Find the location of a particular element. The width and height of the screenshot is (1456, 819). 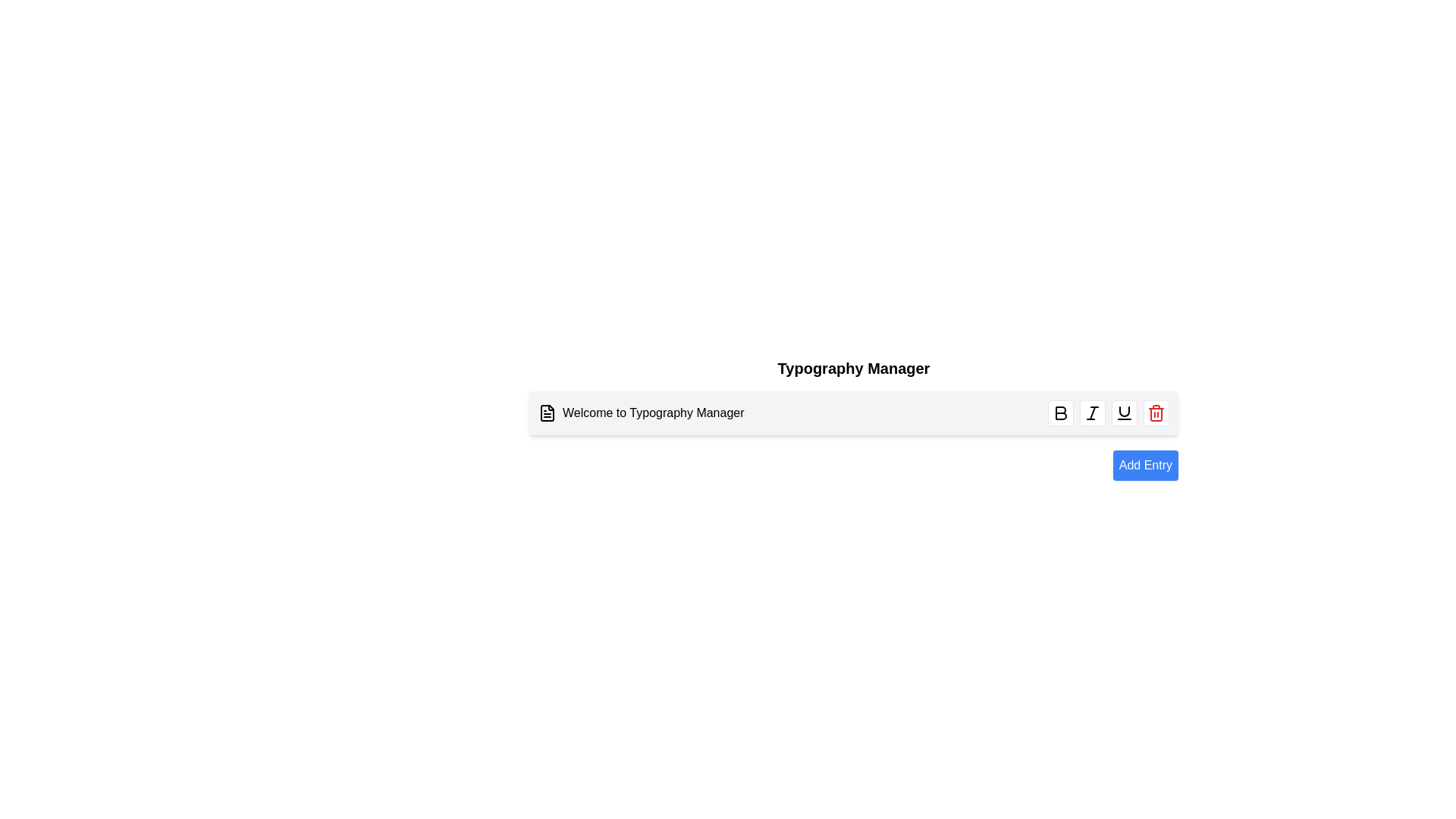

the italic formatting button, which has a white background, rounded edges, and features a bold, italicized 'I' symbol, located between the 'Bold' and 'Underline' icons in the toolbar below the 'Welcome to Typography Manager' text is located at coordinates (1092, 413).